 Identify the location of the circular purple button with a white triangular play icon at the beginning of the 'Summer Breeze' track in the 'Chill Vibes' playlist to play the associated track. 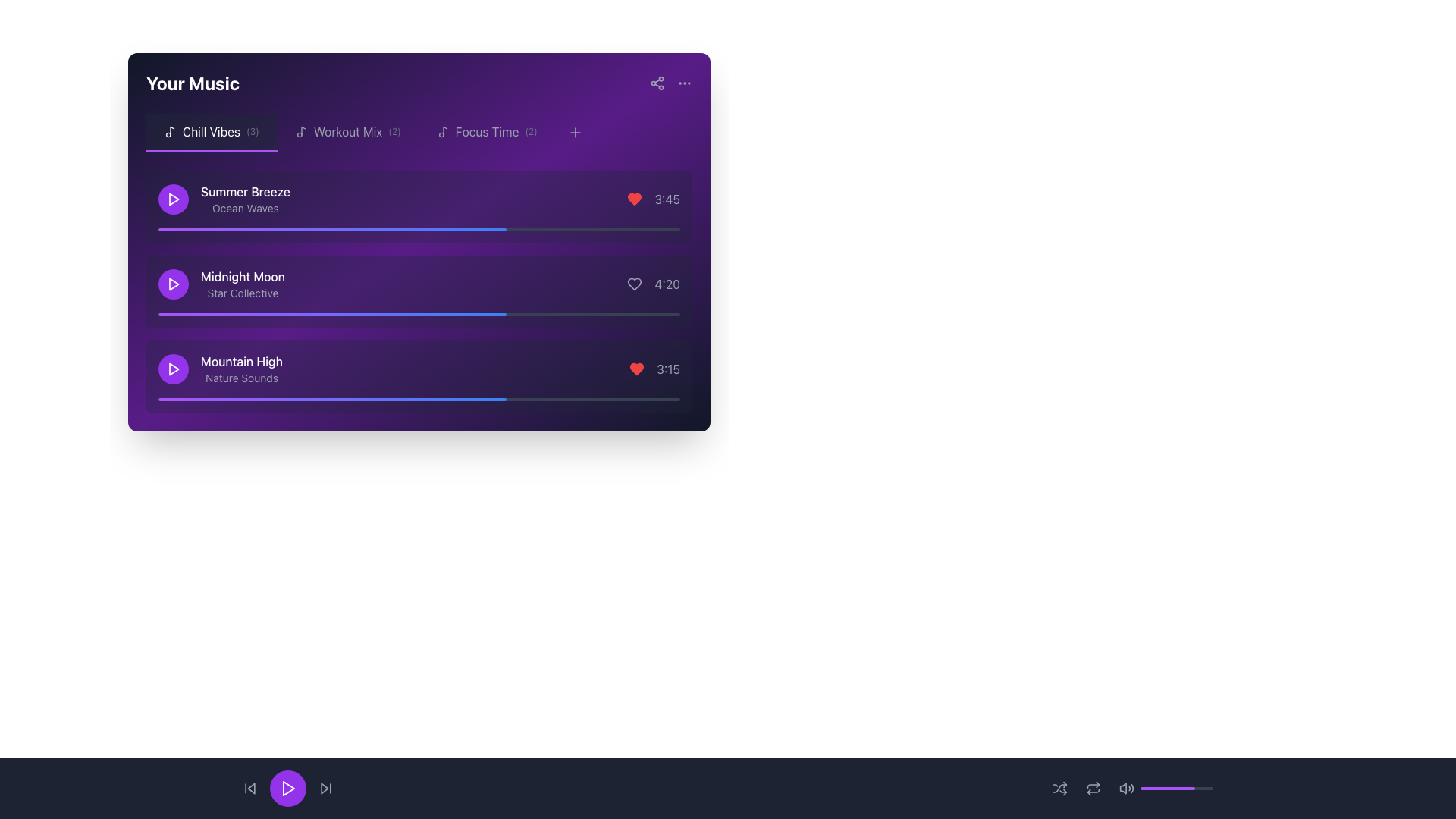
(174, 198).